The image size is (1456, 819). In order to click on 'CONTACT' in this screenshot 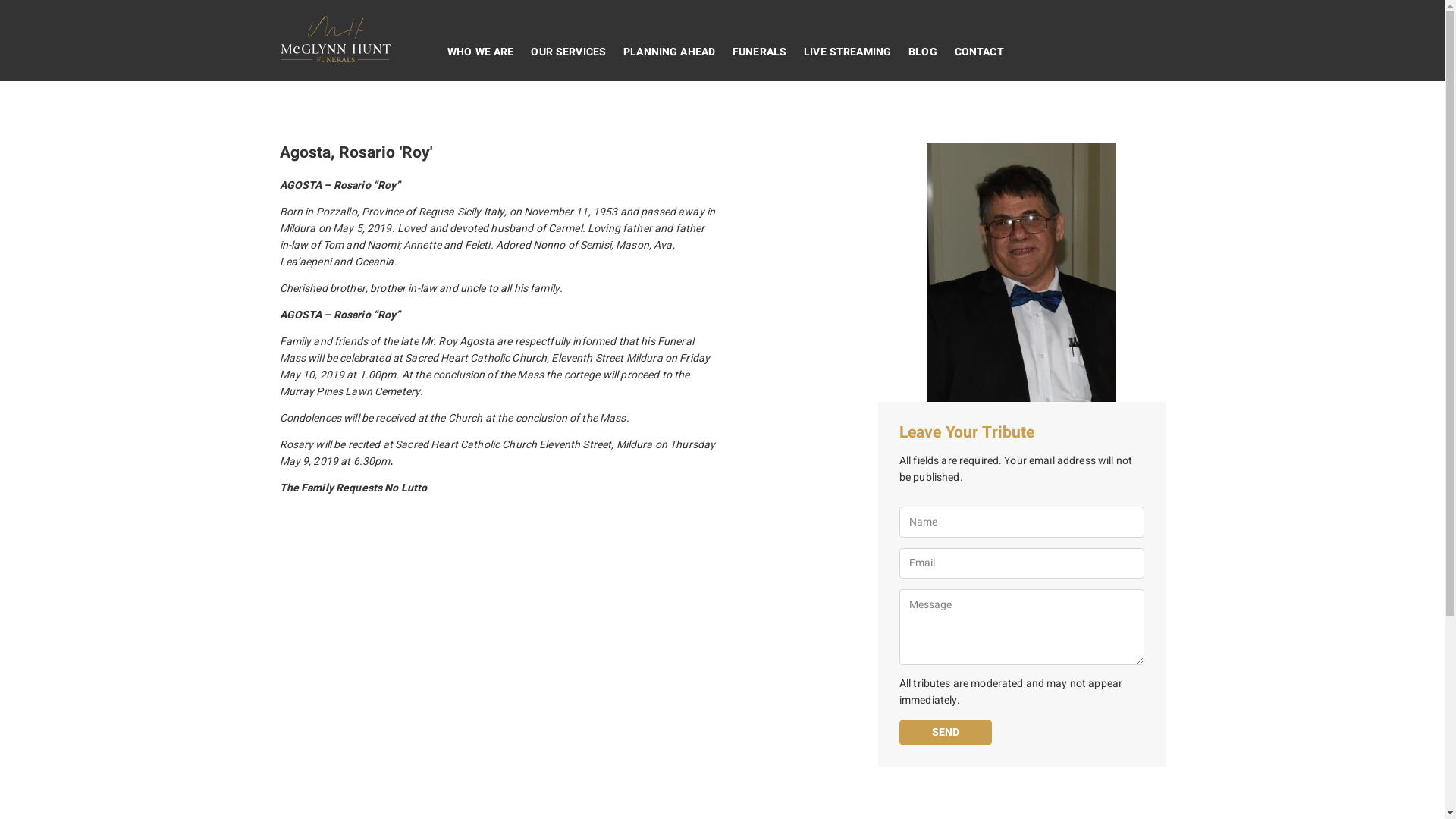, I will do `click(946, 52)`.